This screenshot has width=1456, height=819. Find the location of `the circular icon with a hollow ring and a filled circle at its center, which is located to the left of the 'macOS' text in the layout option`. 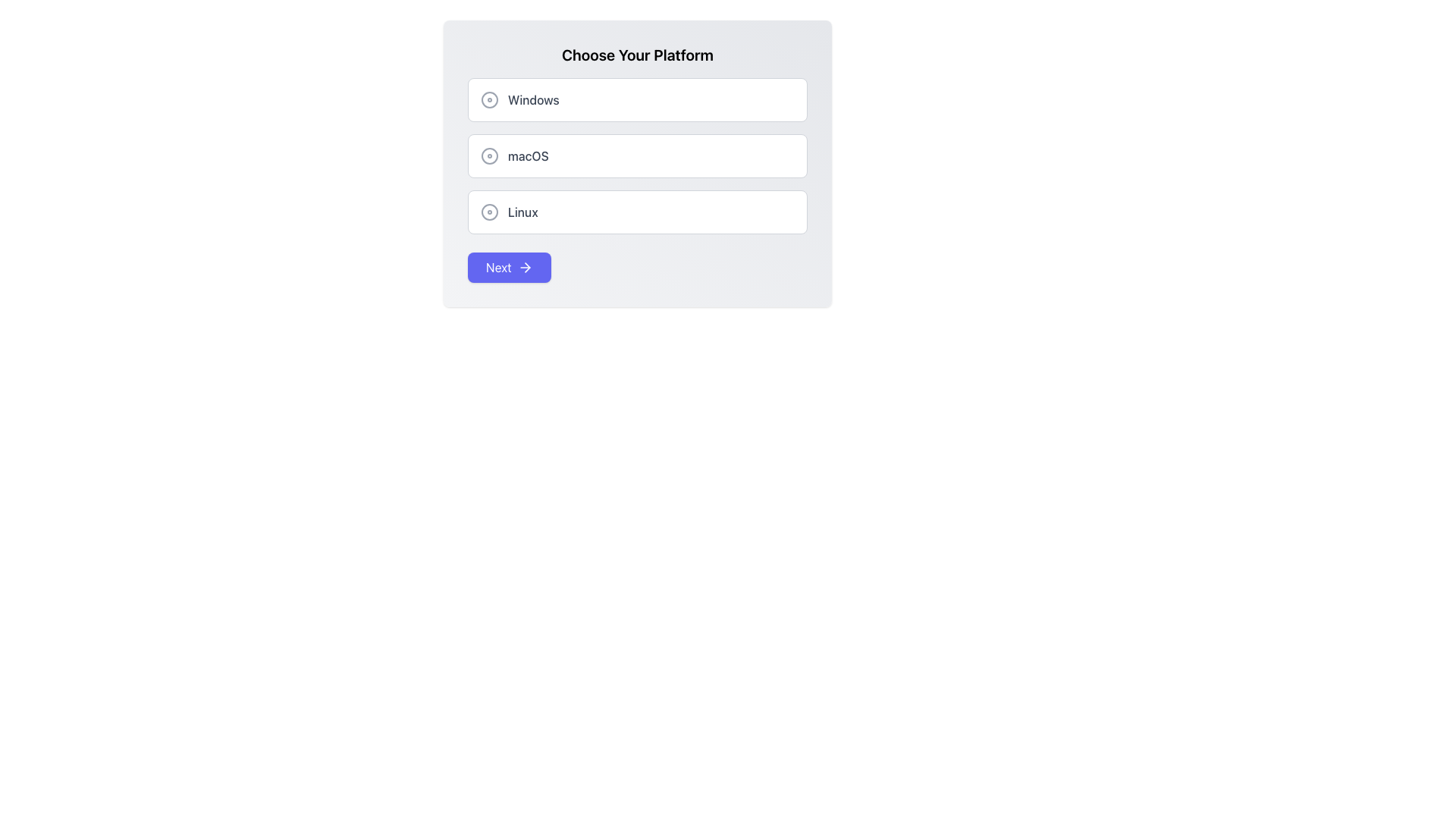

the circular icon with a hollow ring and a filled circle at its center, which is located to the left of the 'macOS' text in the layout option is located at coordinates (490, 155).